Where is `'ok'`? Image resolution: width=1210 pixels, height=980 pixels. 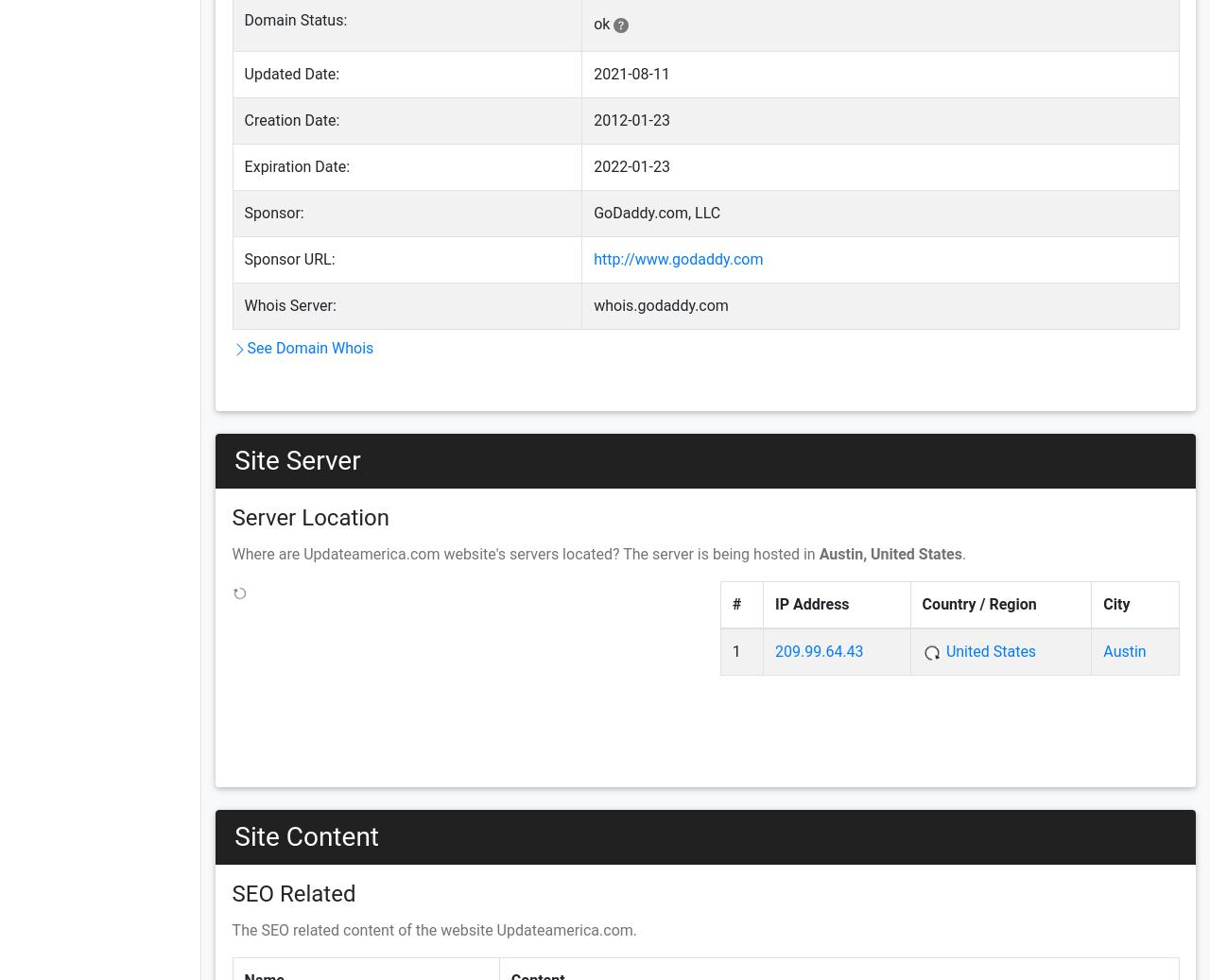 'ok' is located at coordinates (592, 23).